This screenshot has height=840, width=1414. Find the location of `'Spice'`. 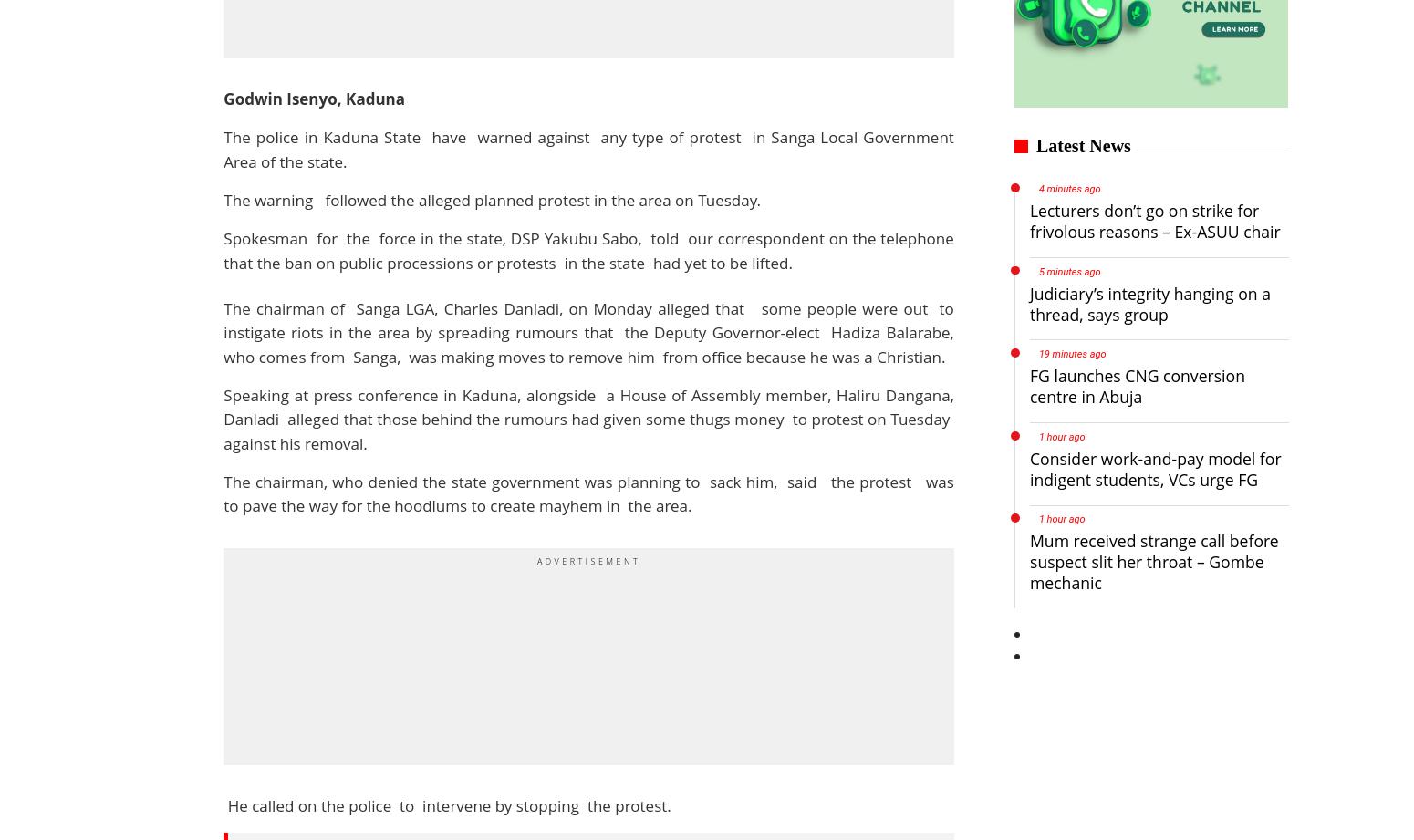

'Spice' is located at coordinates (666, 754).